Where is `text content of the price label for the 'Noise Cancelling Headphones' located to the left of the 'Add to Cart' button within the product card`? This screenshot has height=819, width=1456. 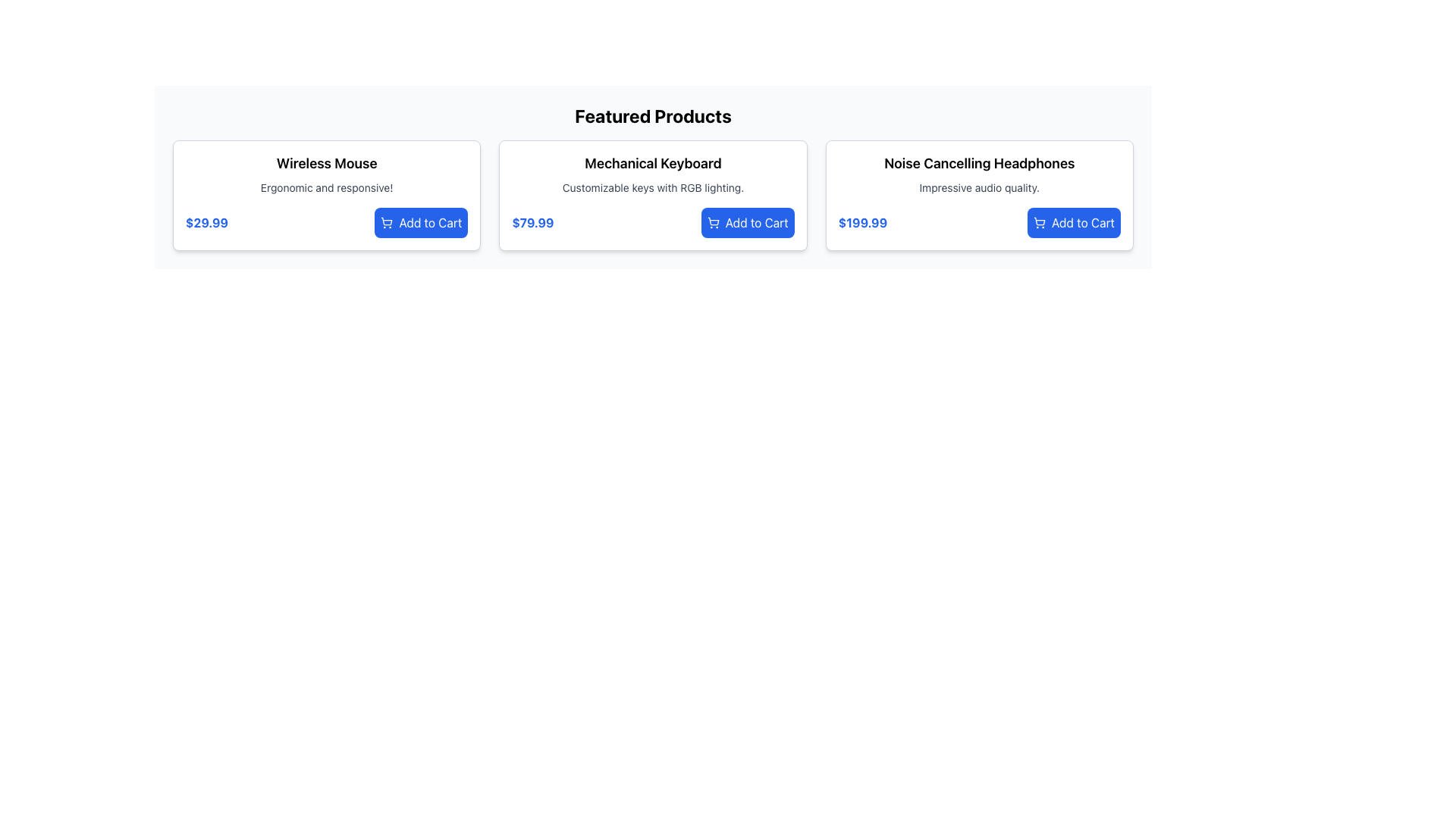
text content of the price label for the 'Noise Cancelling Headphones' located to the left of the 'Add to Cart' button within the product card is located at coordinates (862, 222).